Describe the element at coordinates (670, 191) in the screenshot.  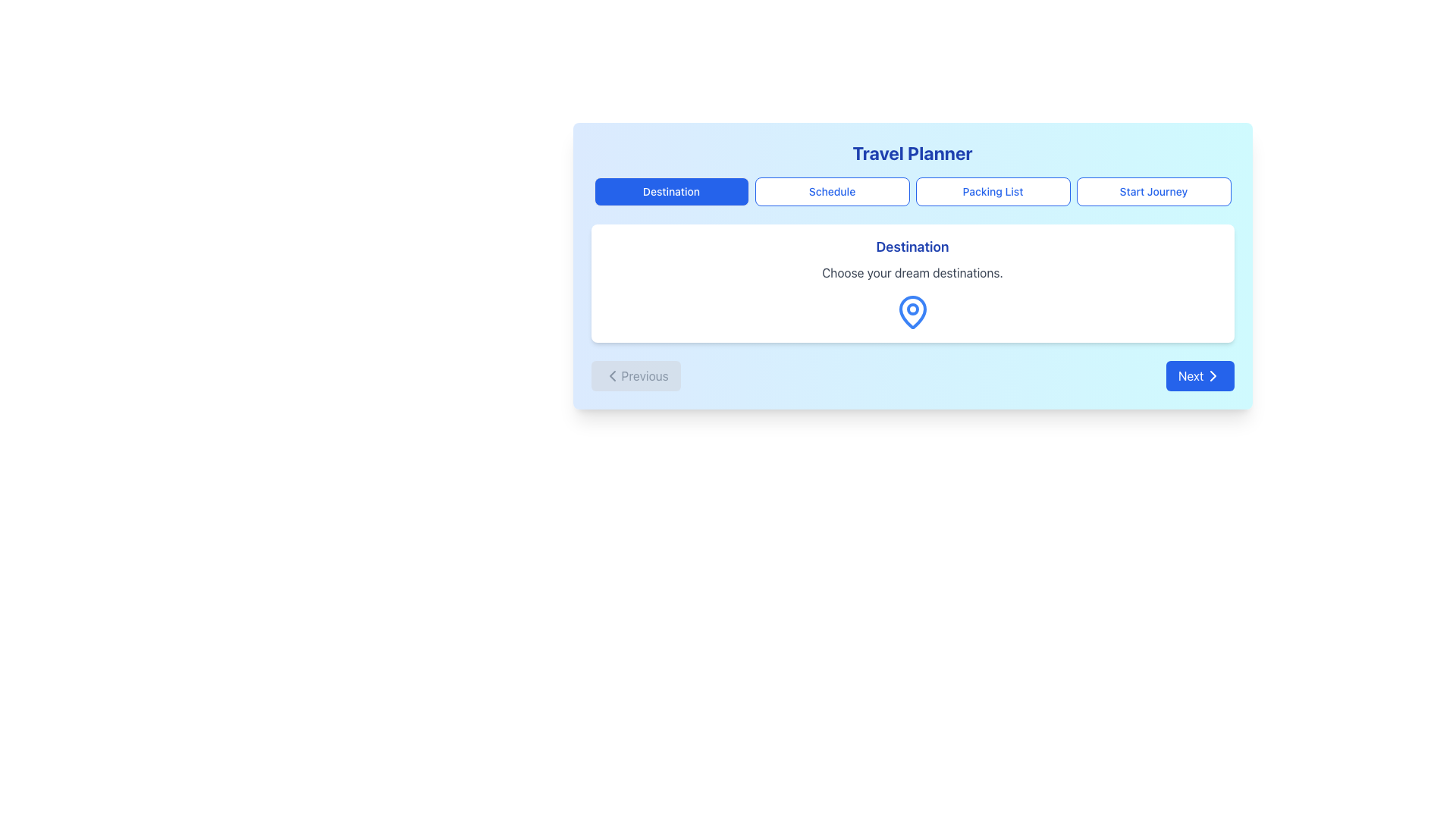
I see `the blue 'Destination' button with white text` at that location.